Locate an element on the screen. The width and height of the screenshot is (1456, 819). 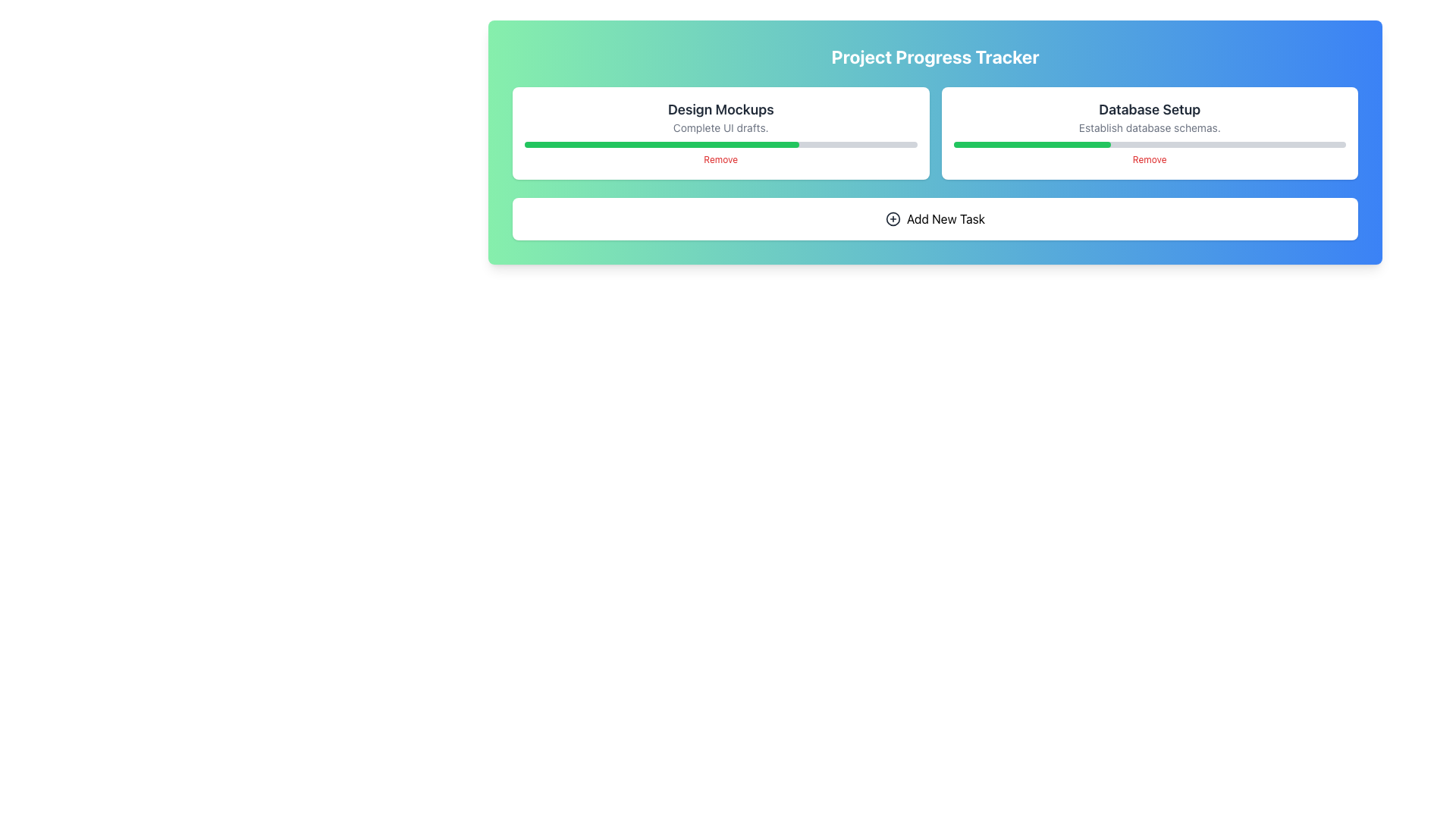
the static text displaying the description for 'Design Mockups', which is located below the title and above the progress bar and 'Remove' button is located at coordinates (720, 127).